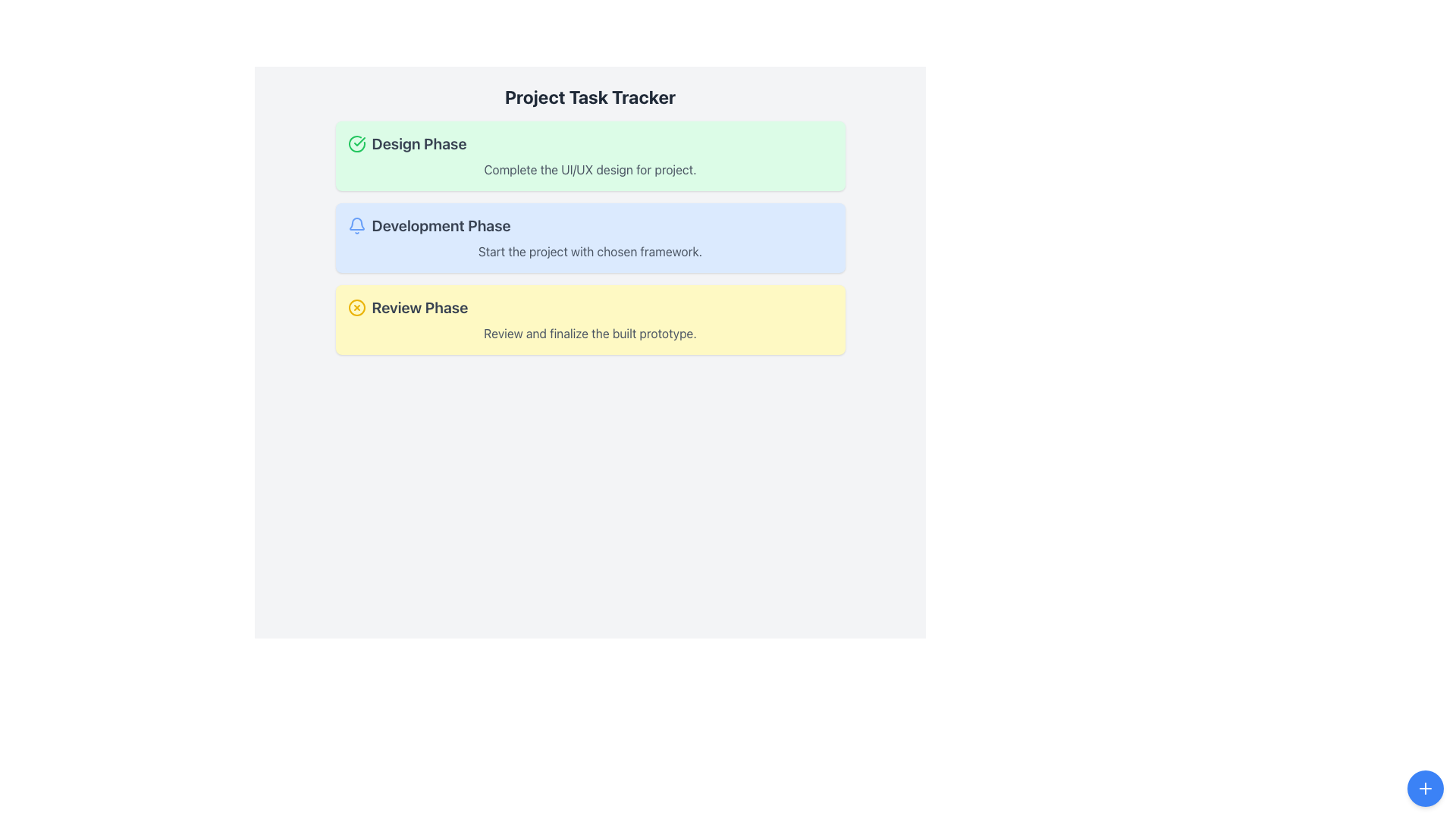  I want to click on the Status icon, which is located to the left of the 'Review Phase' text within the yellow-background card labeled 'Review Phase.' This icon visually represents the status of the Review Phase and may indicate an issue with a red 'x', so click(356, 307).